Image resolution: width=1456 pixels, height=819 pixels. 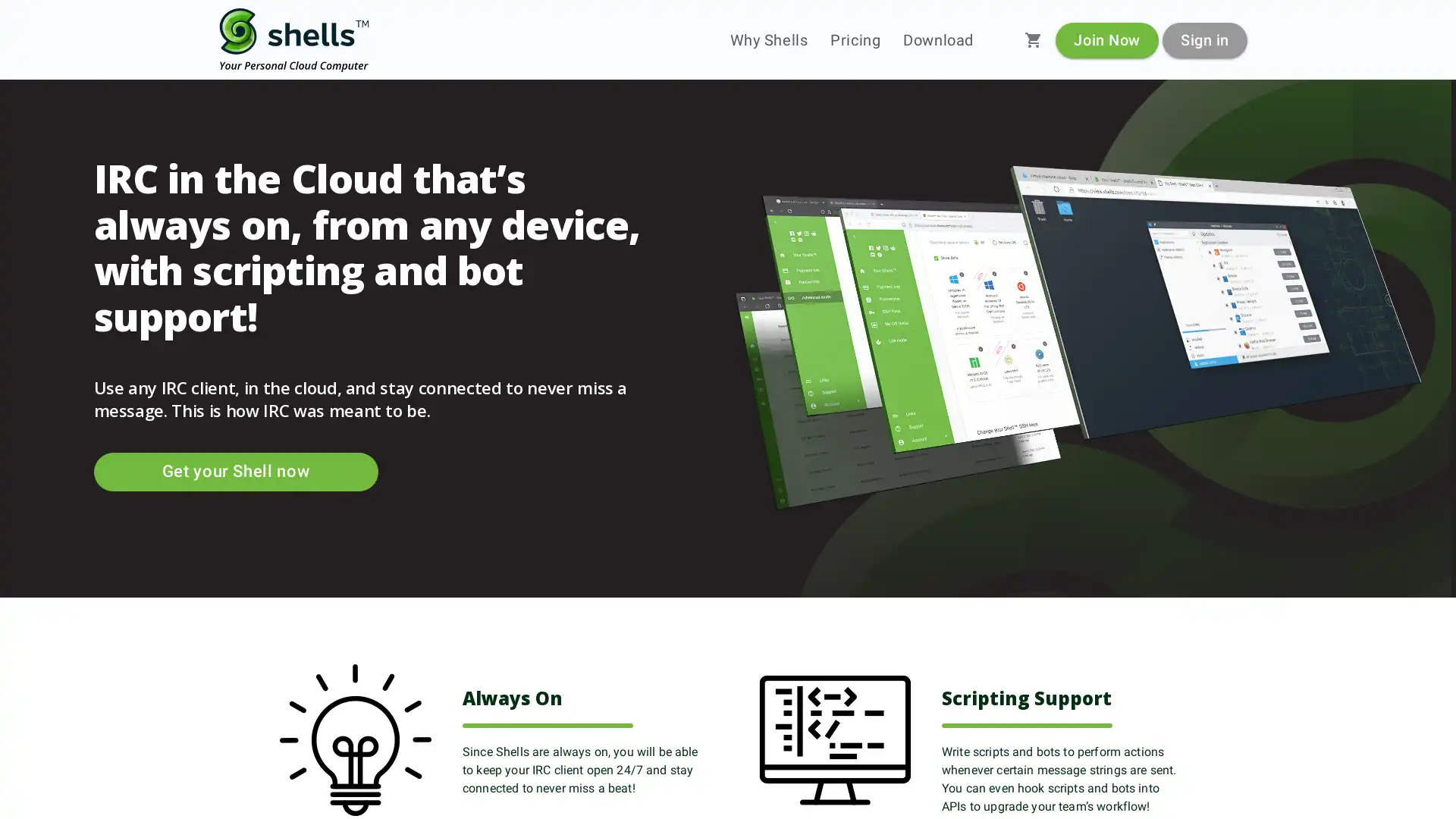 What do you see at coordinates (1106, 39) in the screenshot?
I see `Join Now` at bounding box center [1106, 39].